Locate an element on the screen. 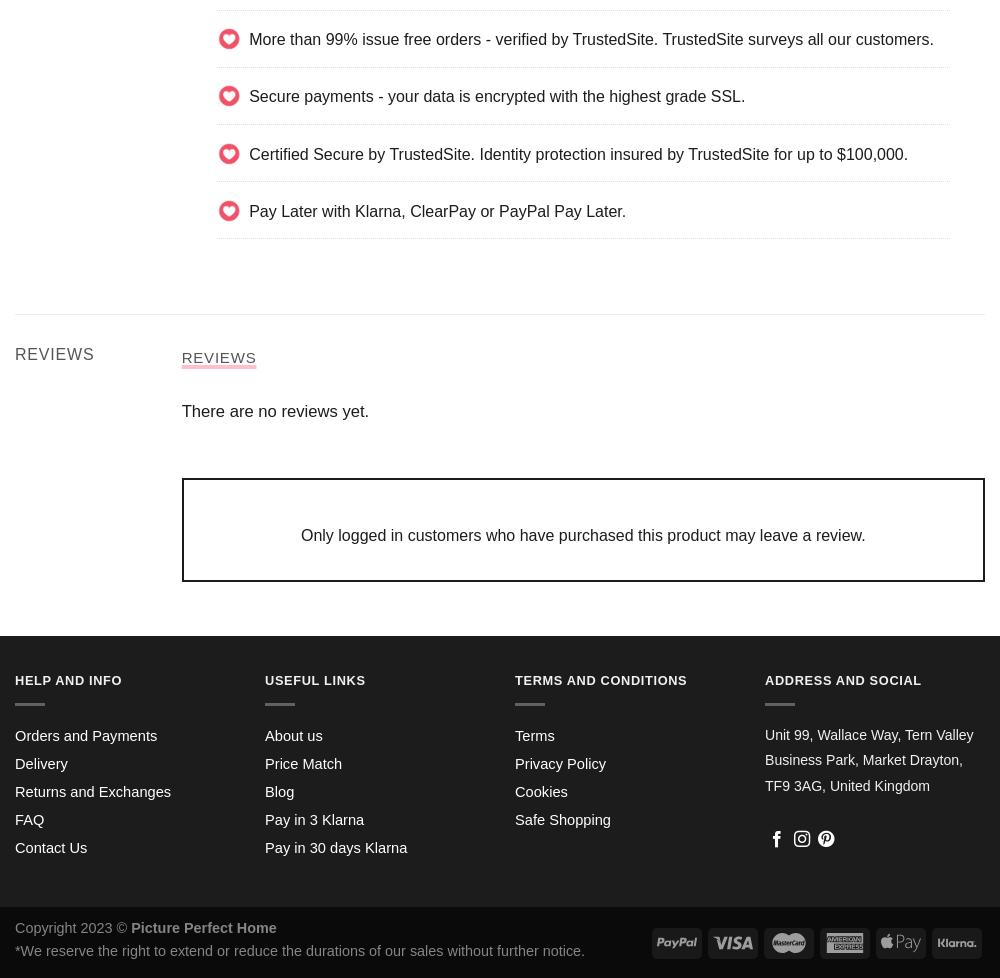  'Contact Us' is located at coordinates (51, 846).